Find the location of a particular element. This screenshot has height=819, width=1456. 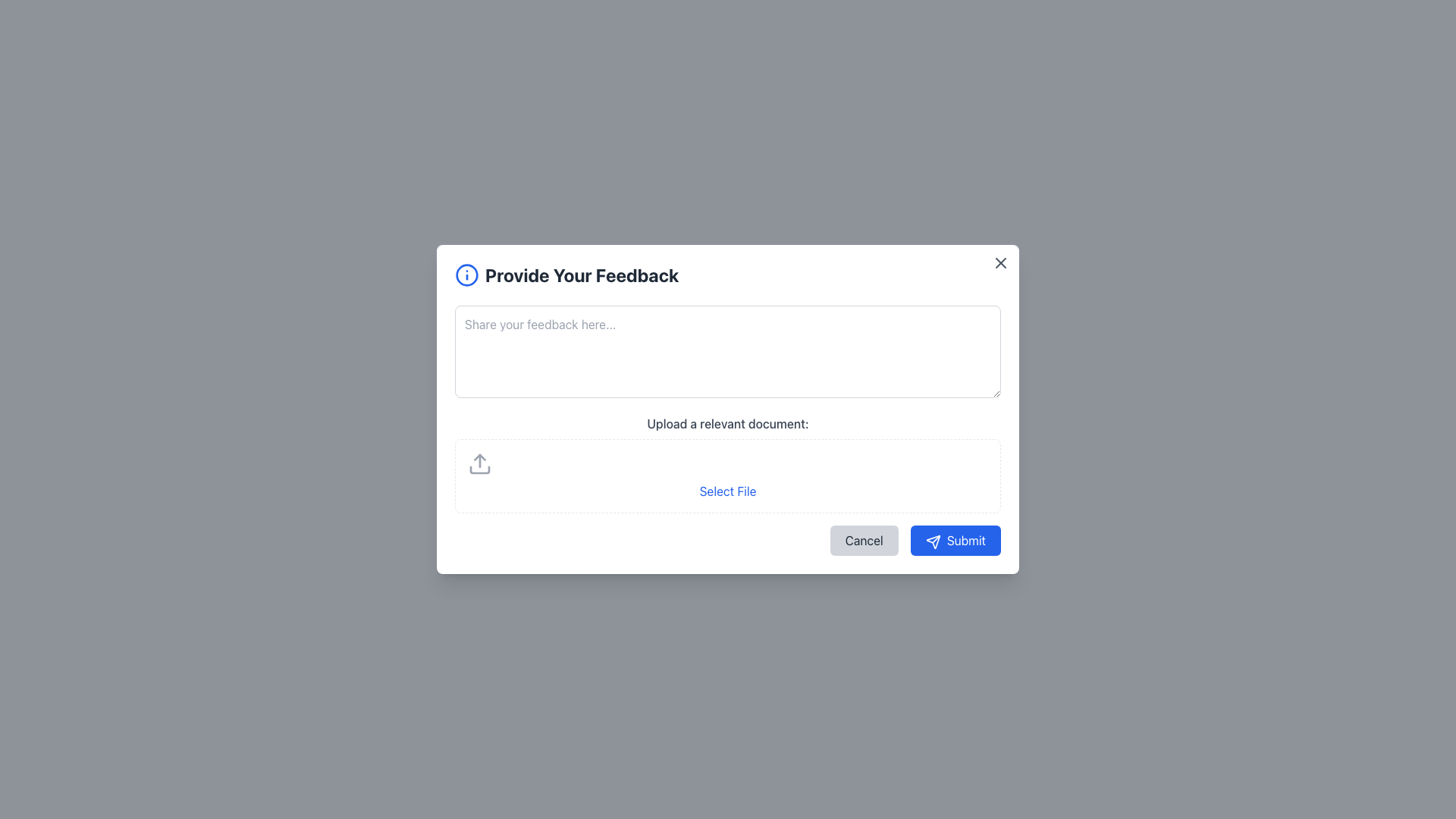

the bottom part of the document upload icon, which enhances its recognizability within the 'Upload a relevant document' box is located at coordinates (479, 469).